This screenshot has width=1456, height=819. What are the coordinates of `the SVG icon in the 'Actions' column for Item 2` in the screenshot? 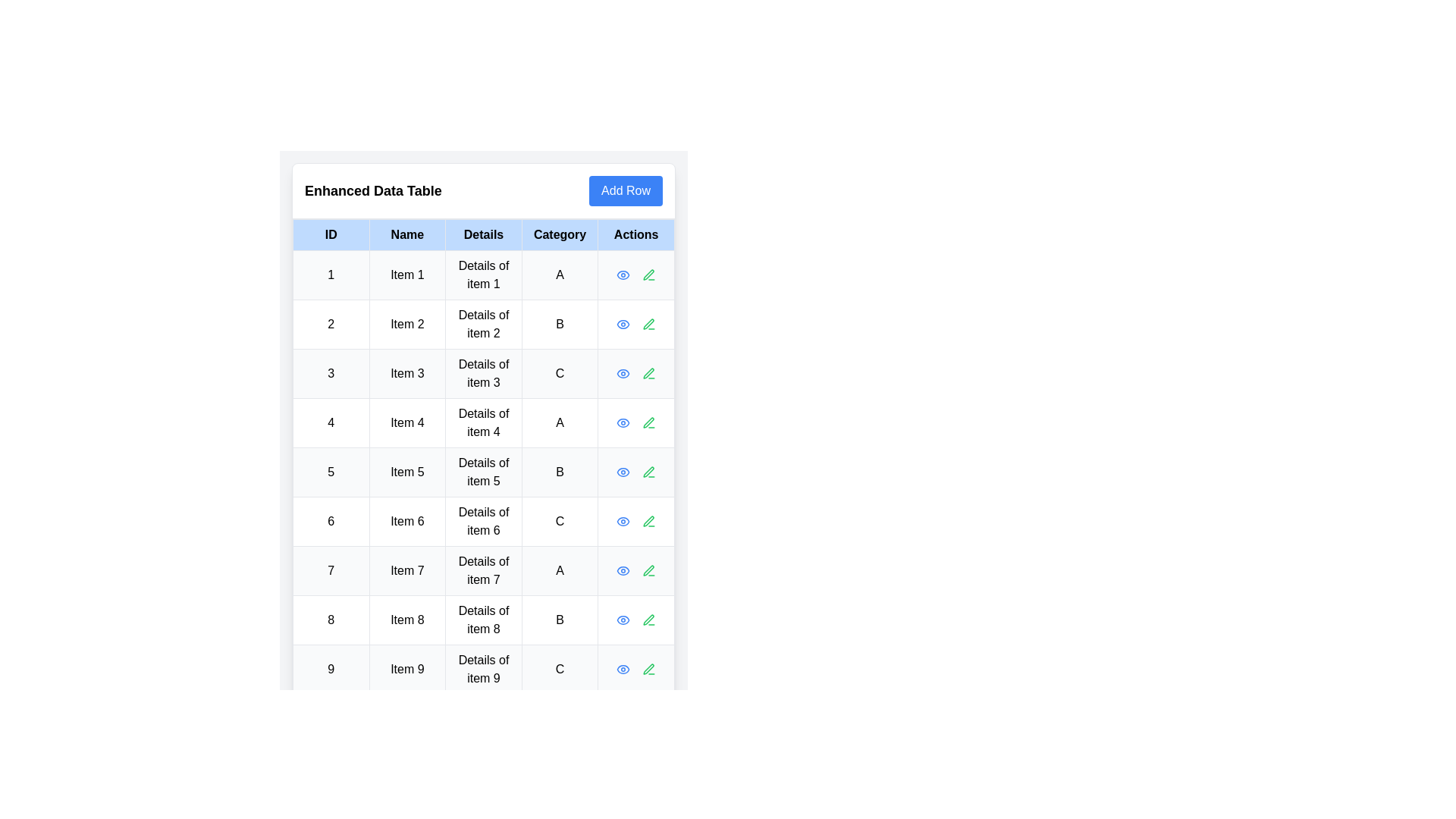 It's located at (648, 323).